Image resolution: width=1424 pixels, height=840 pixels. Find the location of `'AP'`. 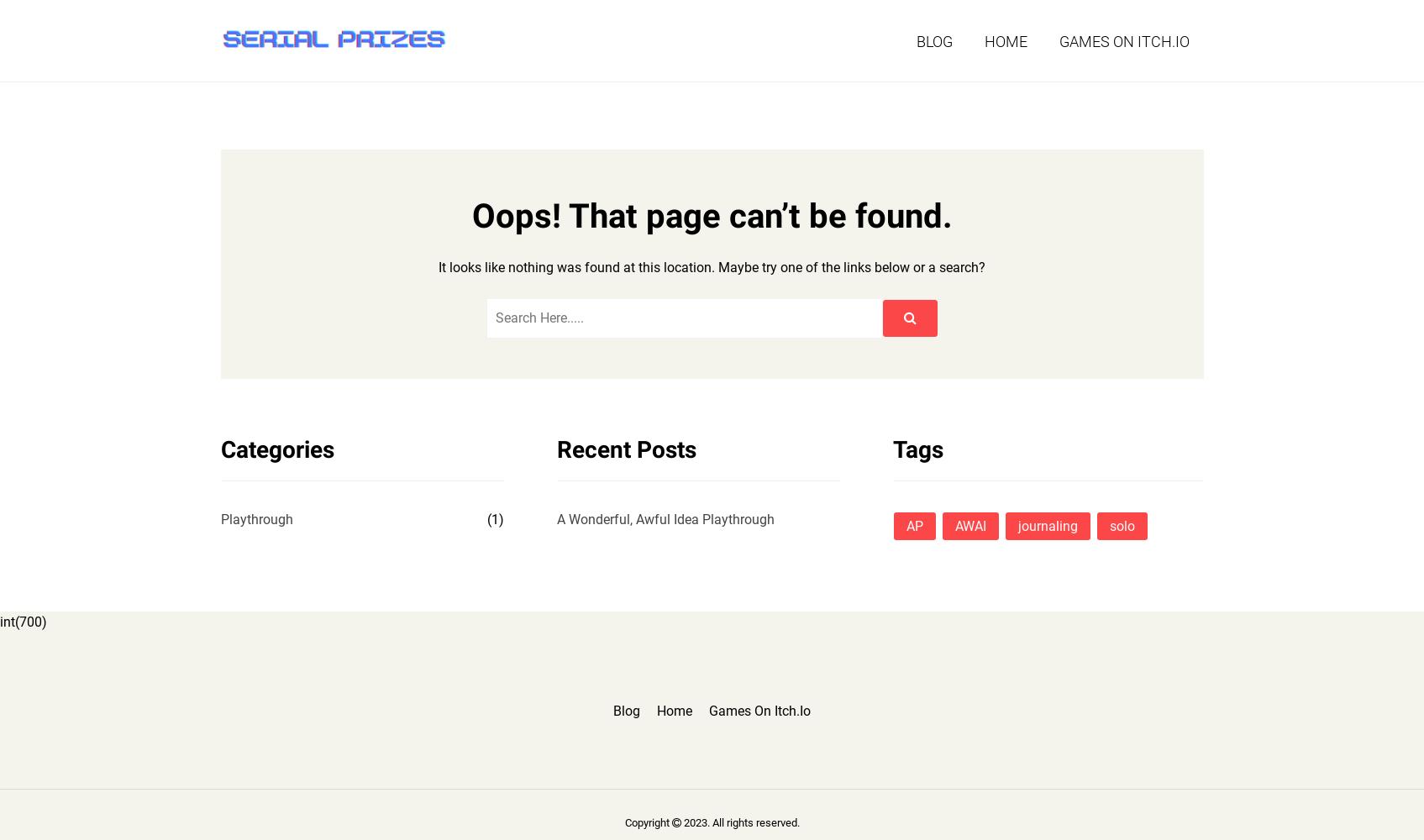

'AP' is located at coordinates (915, 525).